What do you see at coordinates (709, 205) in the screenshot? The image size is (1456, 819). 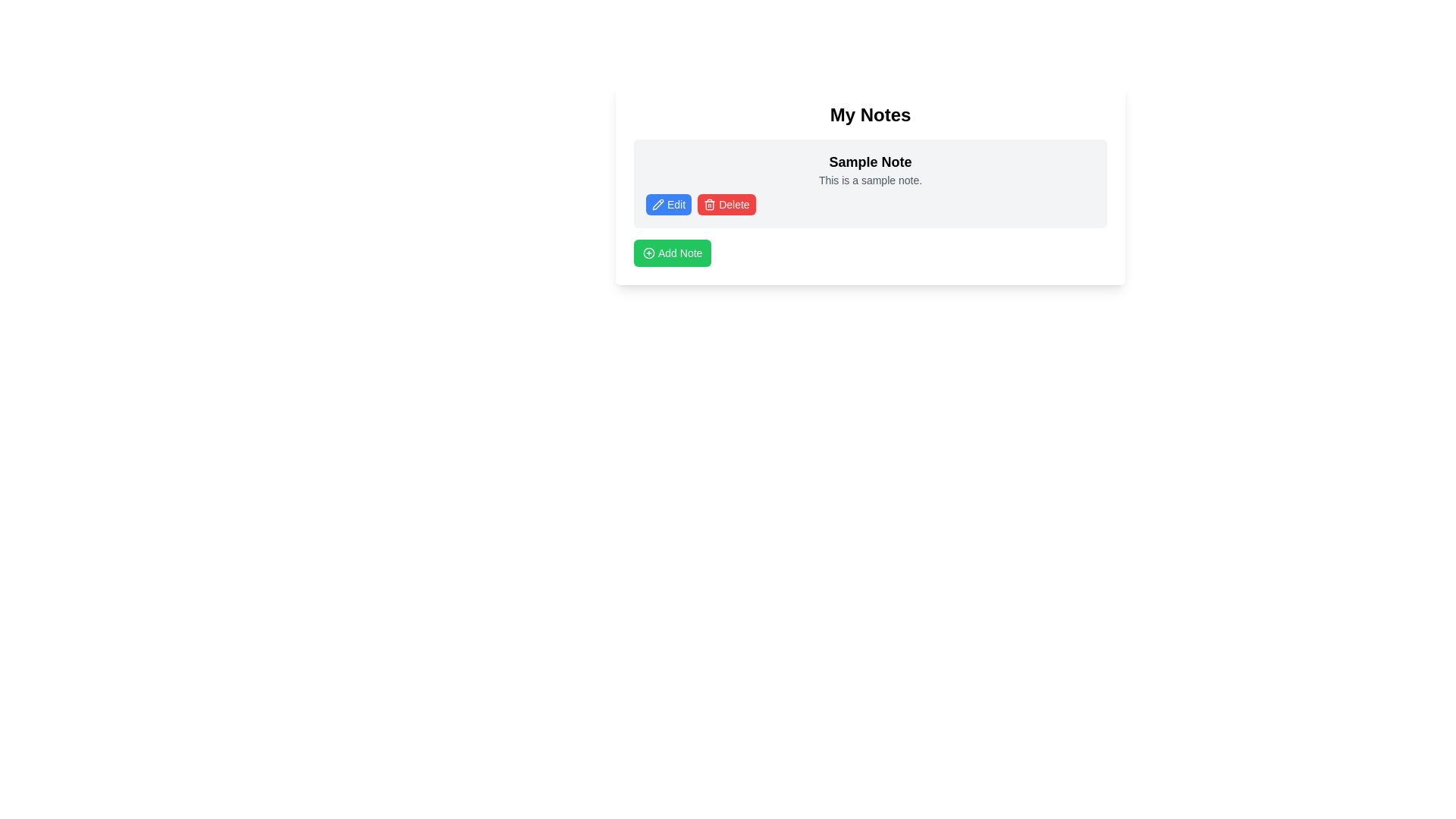 I see `the delete icon` at bounding box center [709, 205].